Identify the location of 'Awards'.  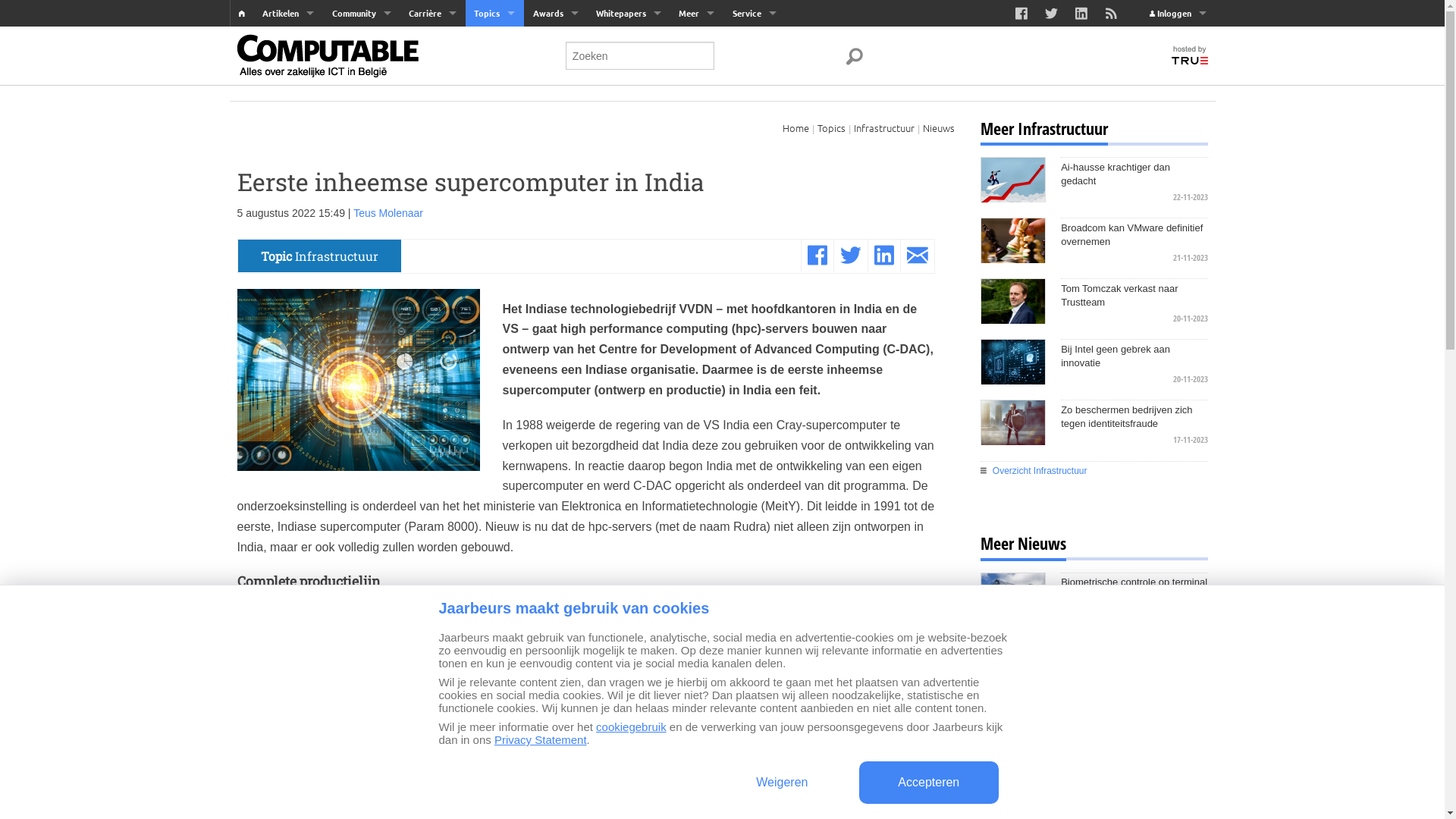
(554, 13).